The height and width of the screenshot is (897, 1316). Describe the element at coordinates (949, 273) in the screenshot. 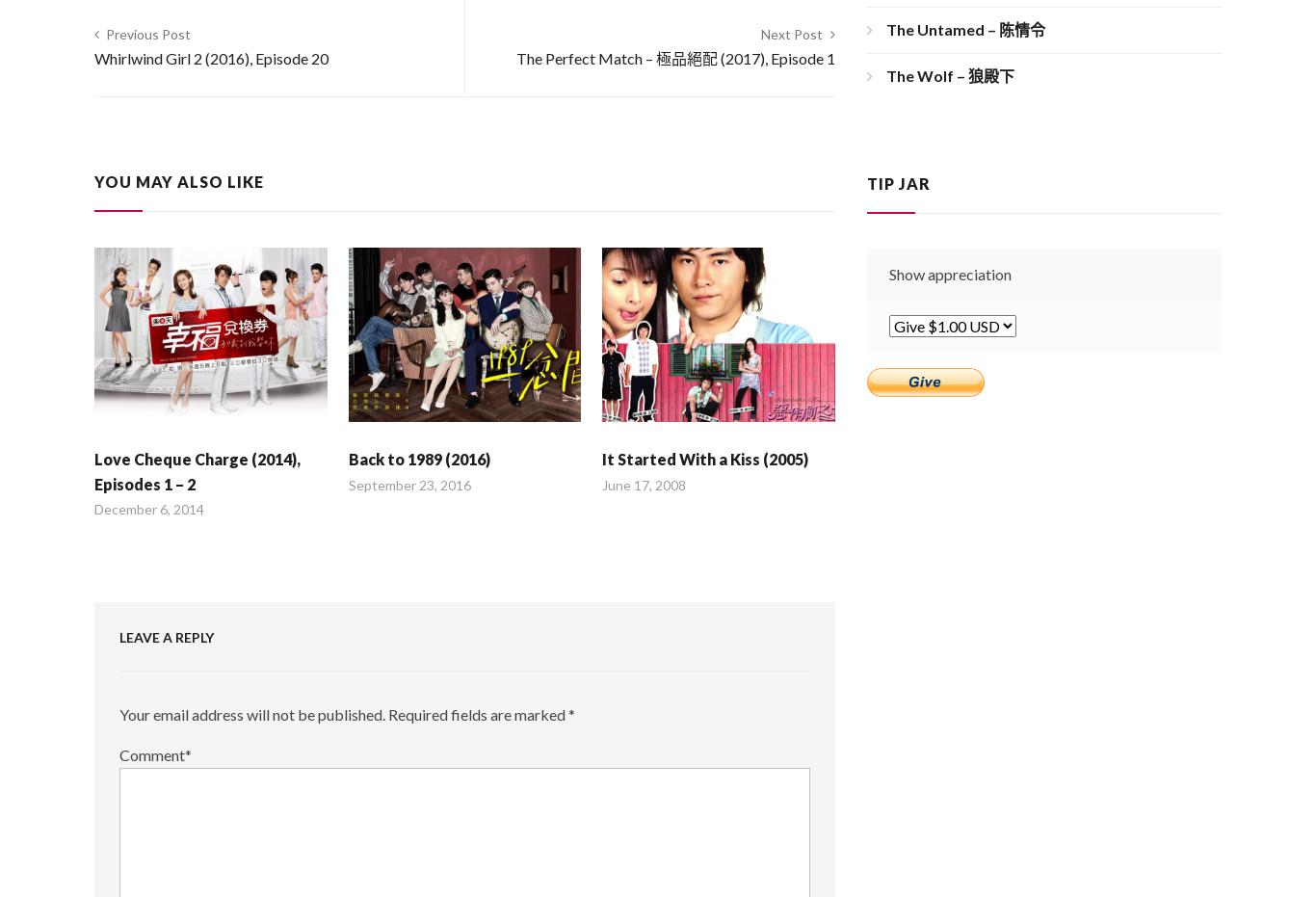

I see `'Show appreciation'` at that location.